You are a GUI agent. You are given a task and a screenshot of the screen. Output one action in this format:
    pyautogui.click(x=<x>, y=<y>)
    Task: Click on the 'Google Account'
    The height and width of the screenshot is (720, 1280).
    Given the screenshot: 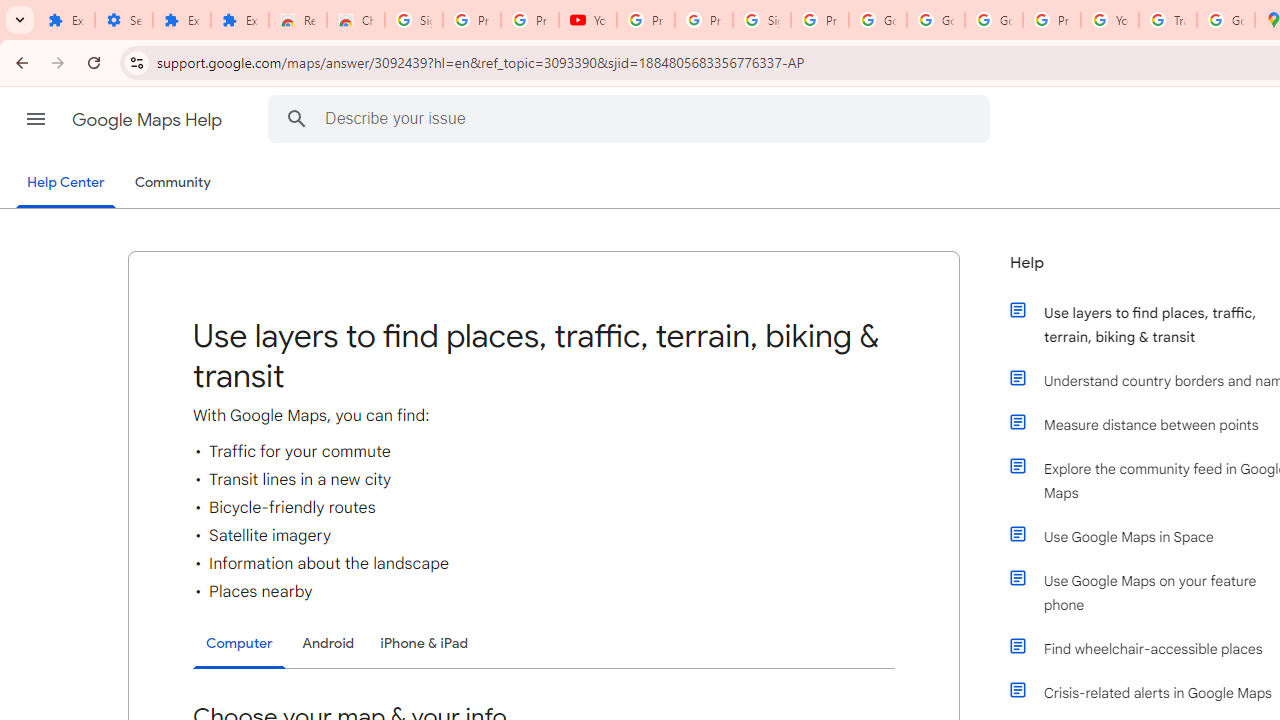 What is the action you would take?
    pyautogui.click(x=878, y=20)
    